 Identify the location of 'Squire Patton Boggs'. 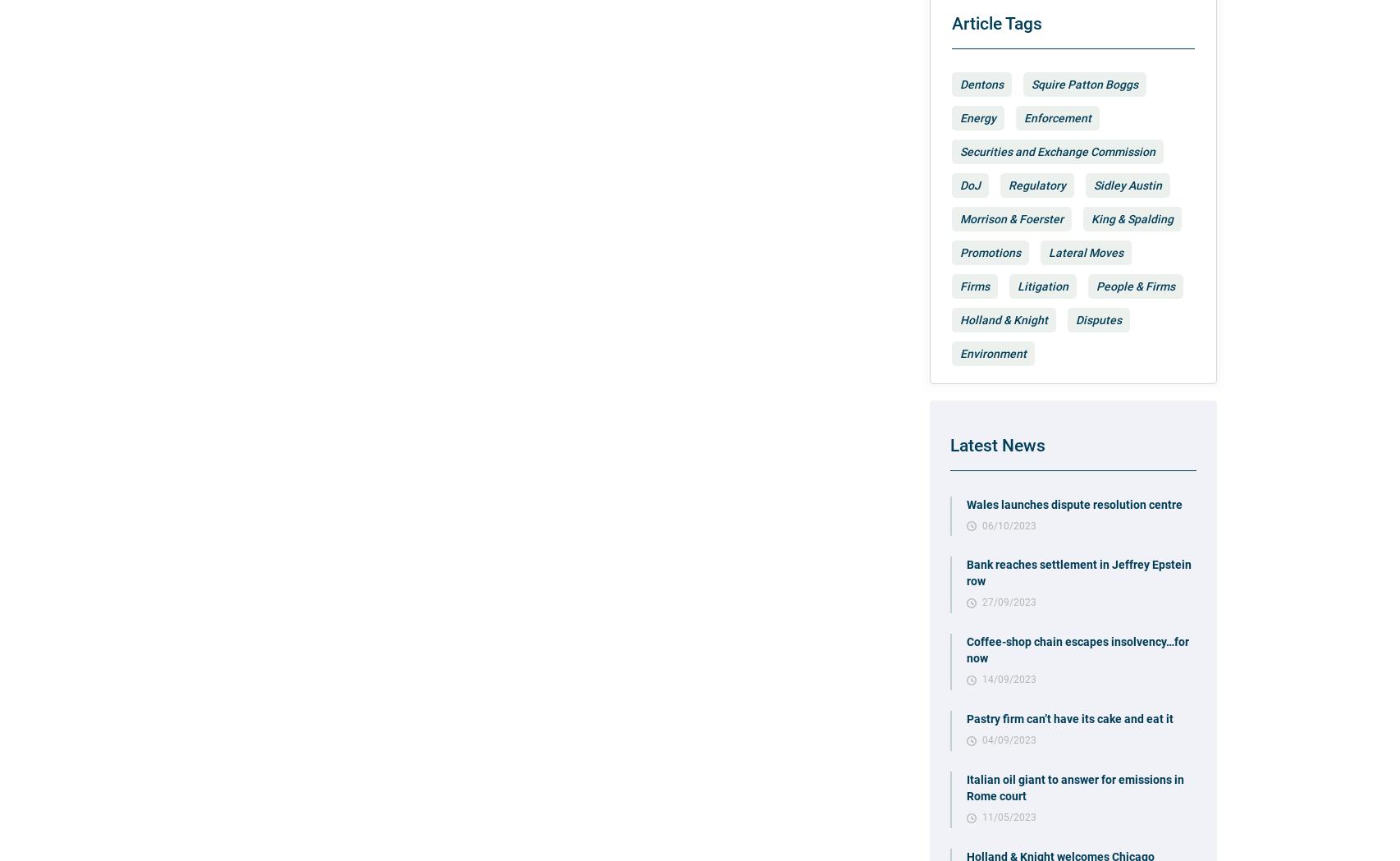
(1031, 82).